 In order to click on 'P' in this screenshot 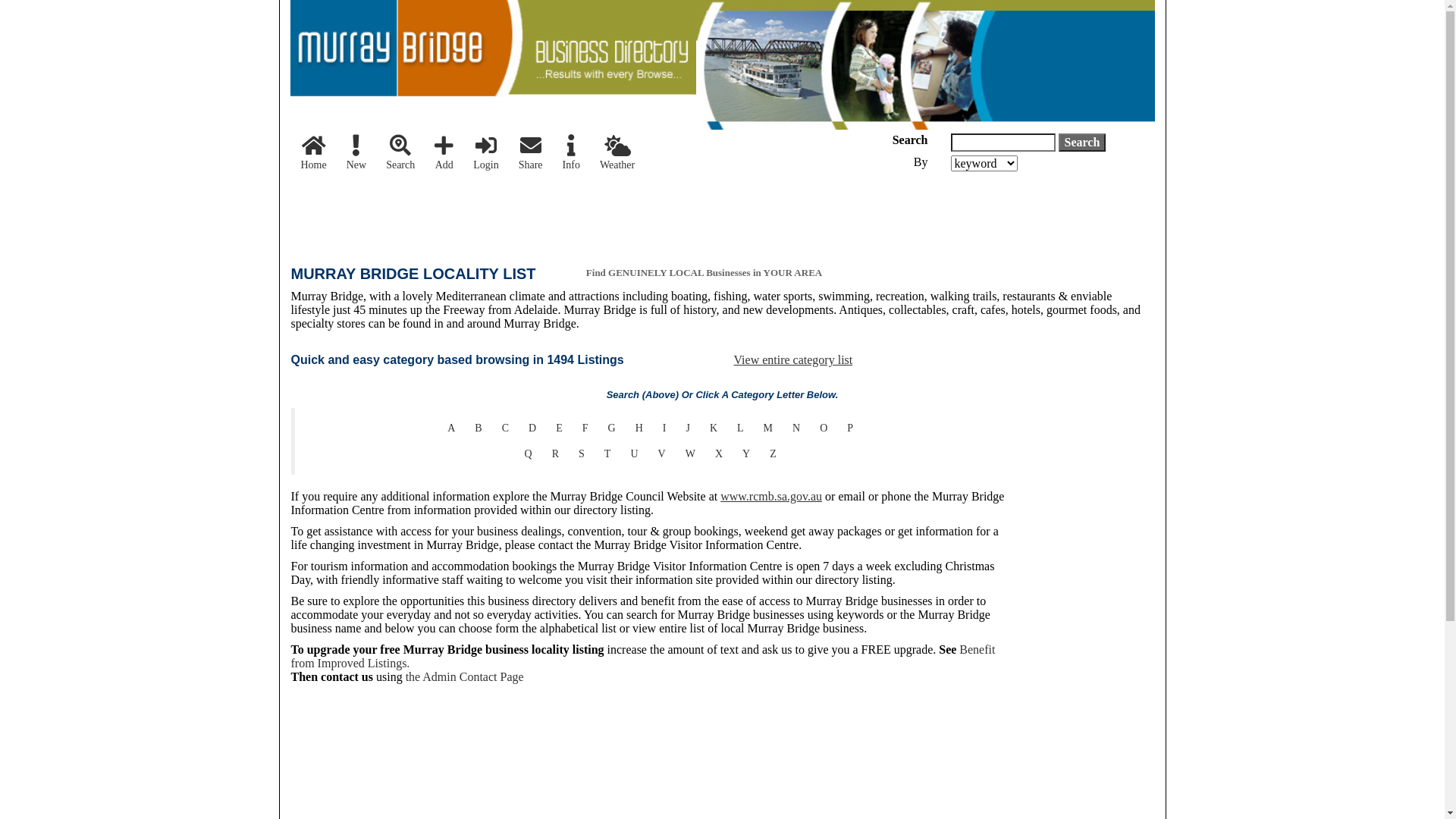, I will do `click(850, 428)`.